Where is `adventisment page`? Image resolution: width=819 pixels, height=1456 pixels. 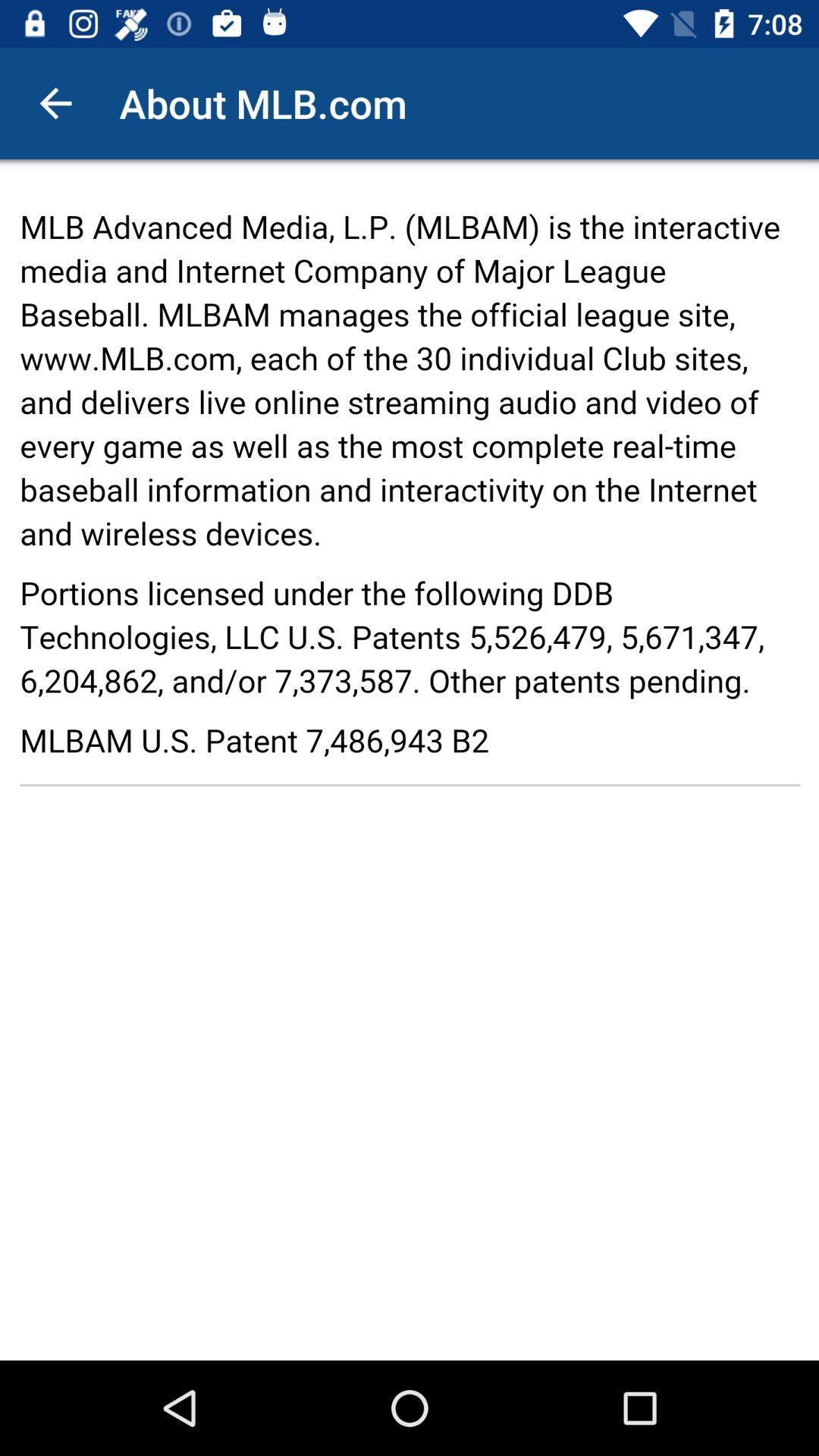 adventisment page is located at coordinates (409, 760).